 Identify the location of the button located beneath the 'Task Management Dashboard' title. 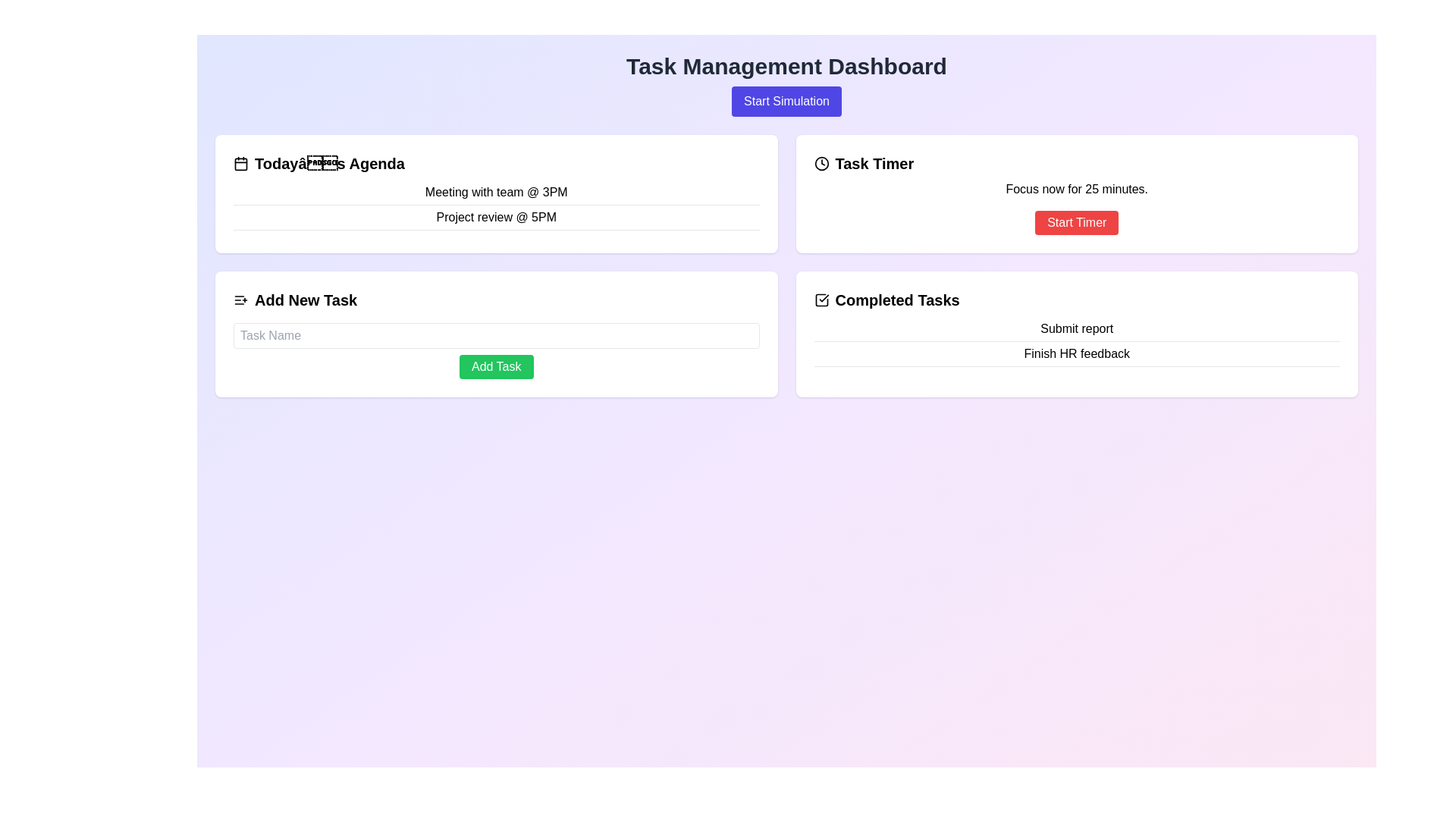
(786, 102).